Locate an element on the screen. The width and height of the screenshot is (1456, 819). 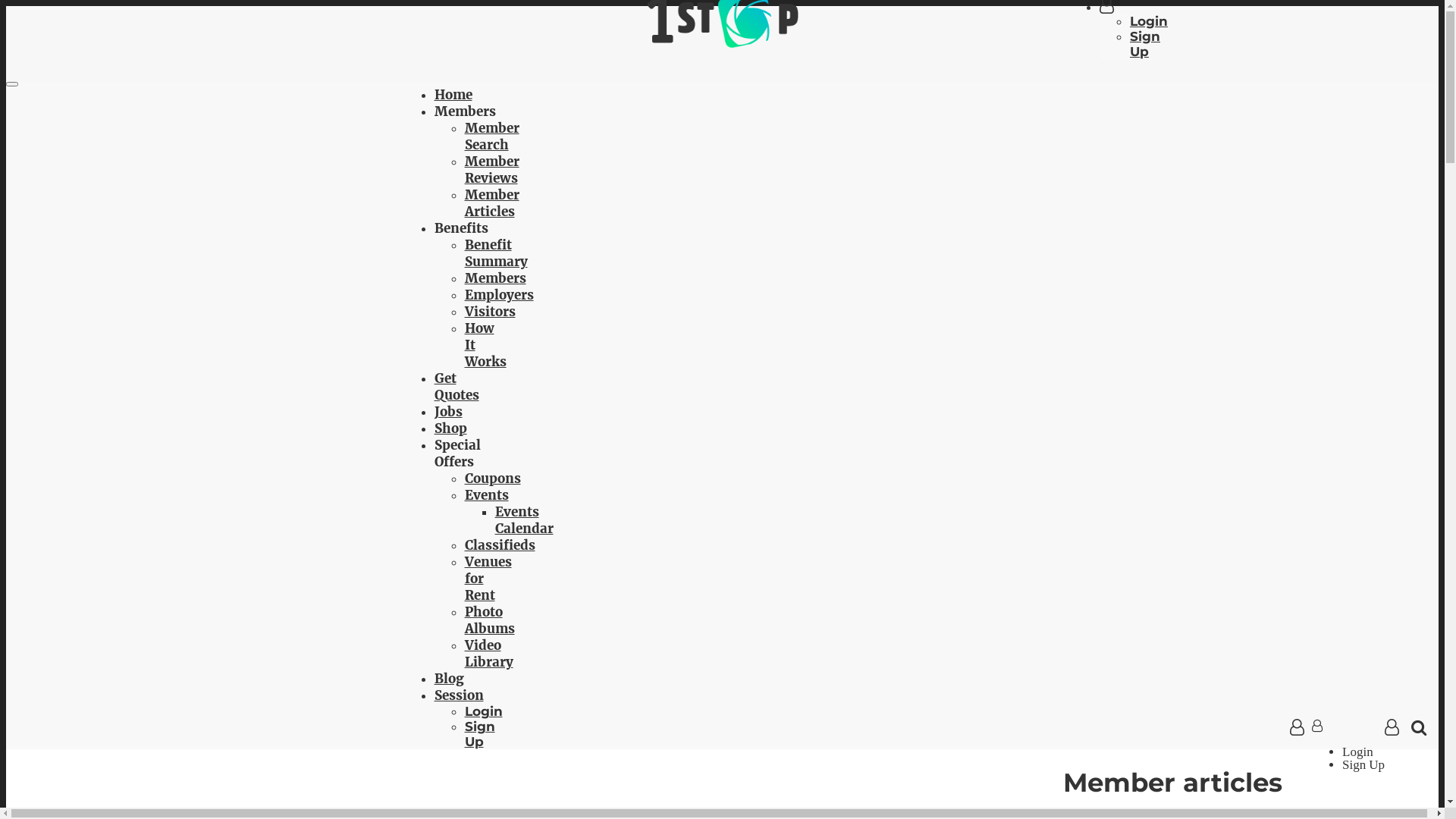
'Events Calendar' is located at coordinates (523, 519).